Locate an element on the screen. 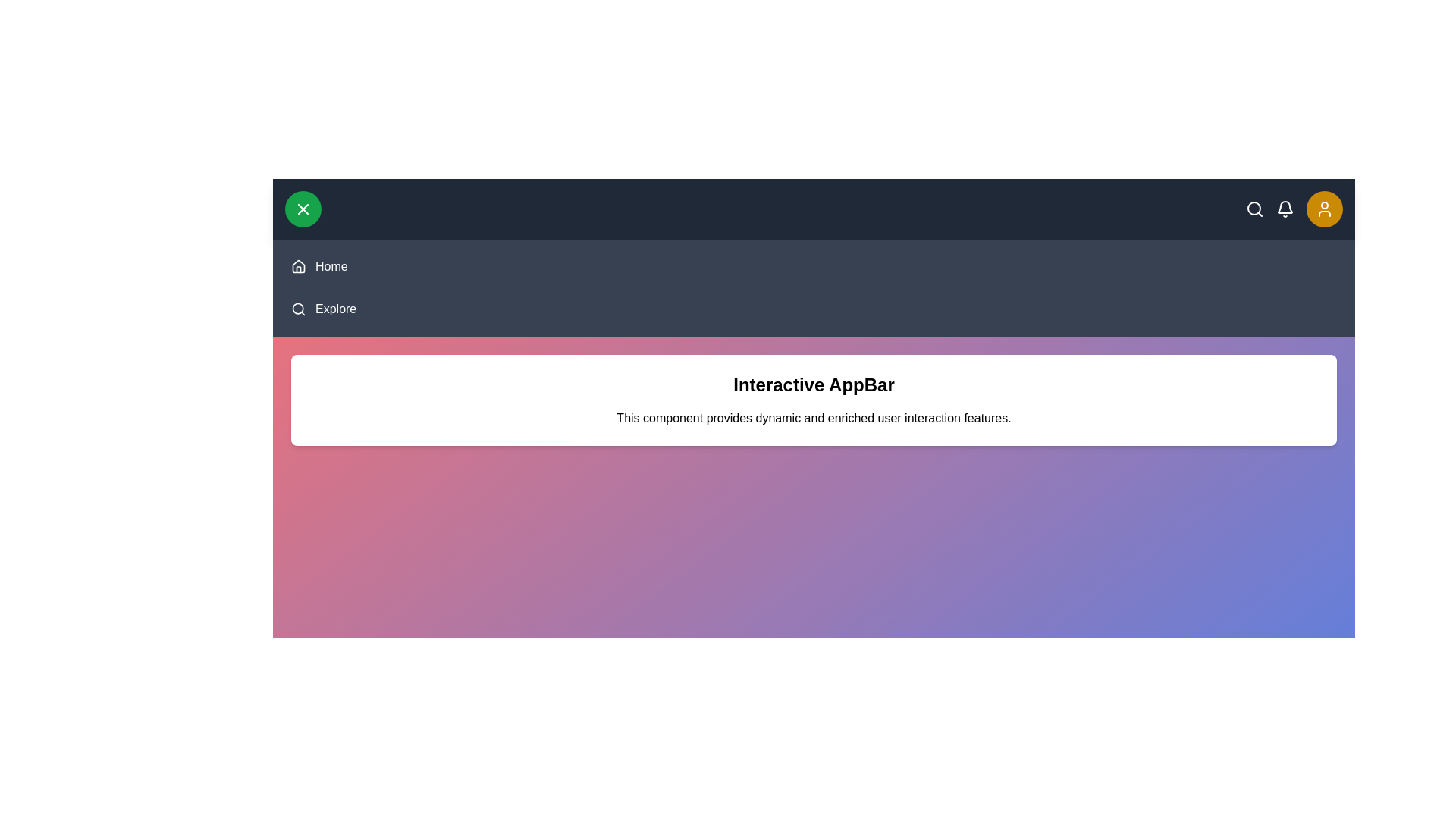  the bell icon to view notifications is located at coordinates (1284, 209).